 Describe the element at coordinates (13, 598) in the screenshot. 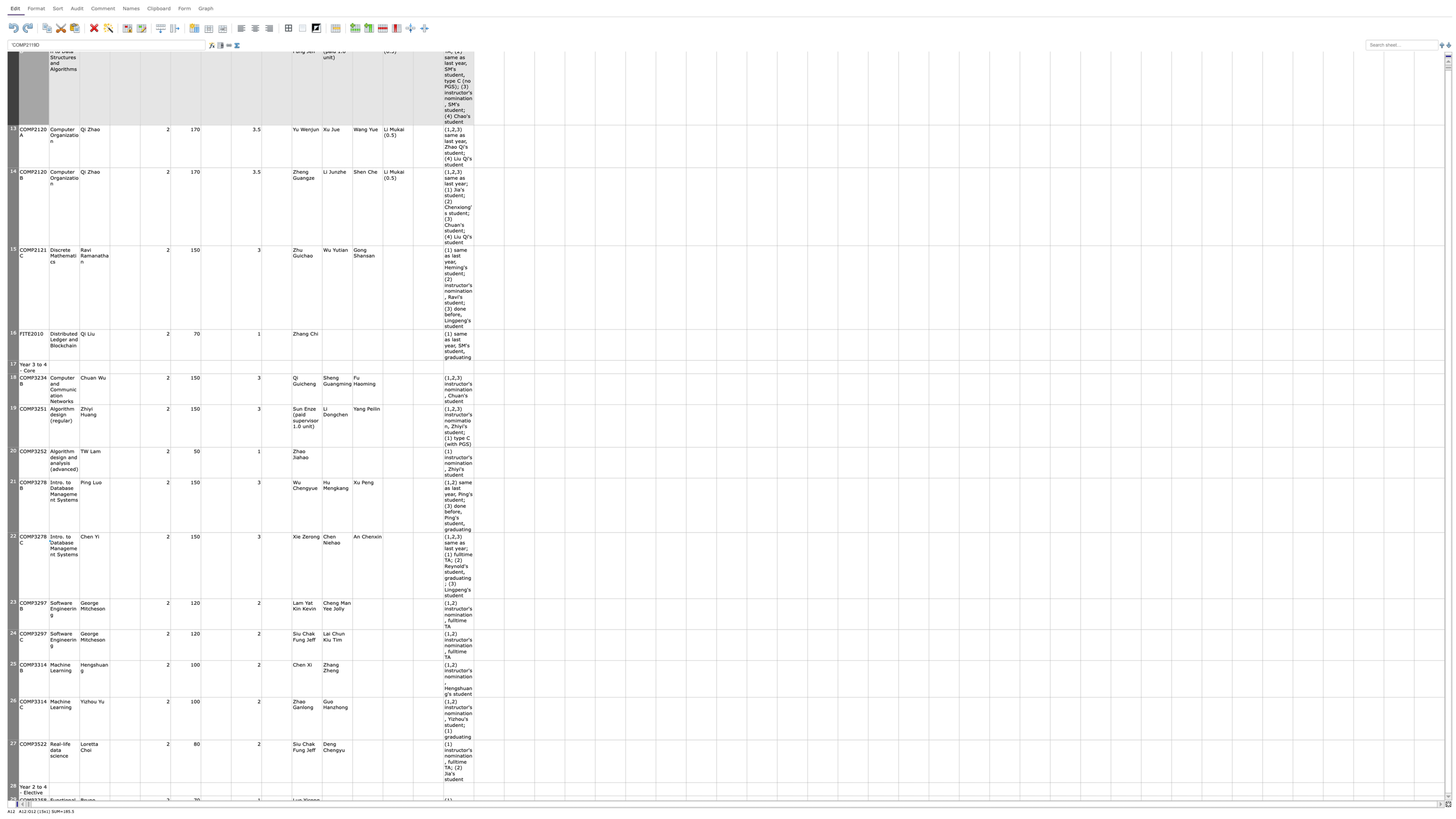

I see `Hover over row 22's resize handle` at that location.